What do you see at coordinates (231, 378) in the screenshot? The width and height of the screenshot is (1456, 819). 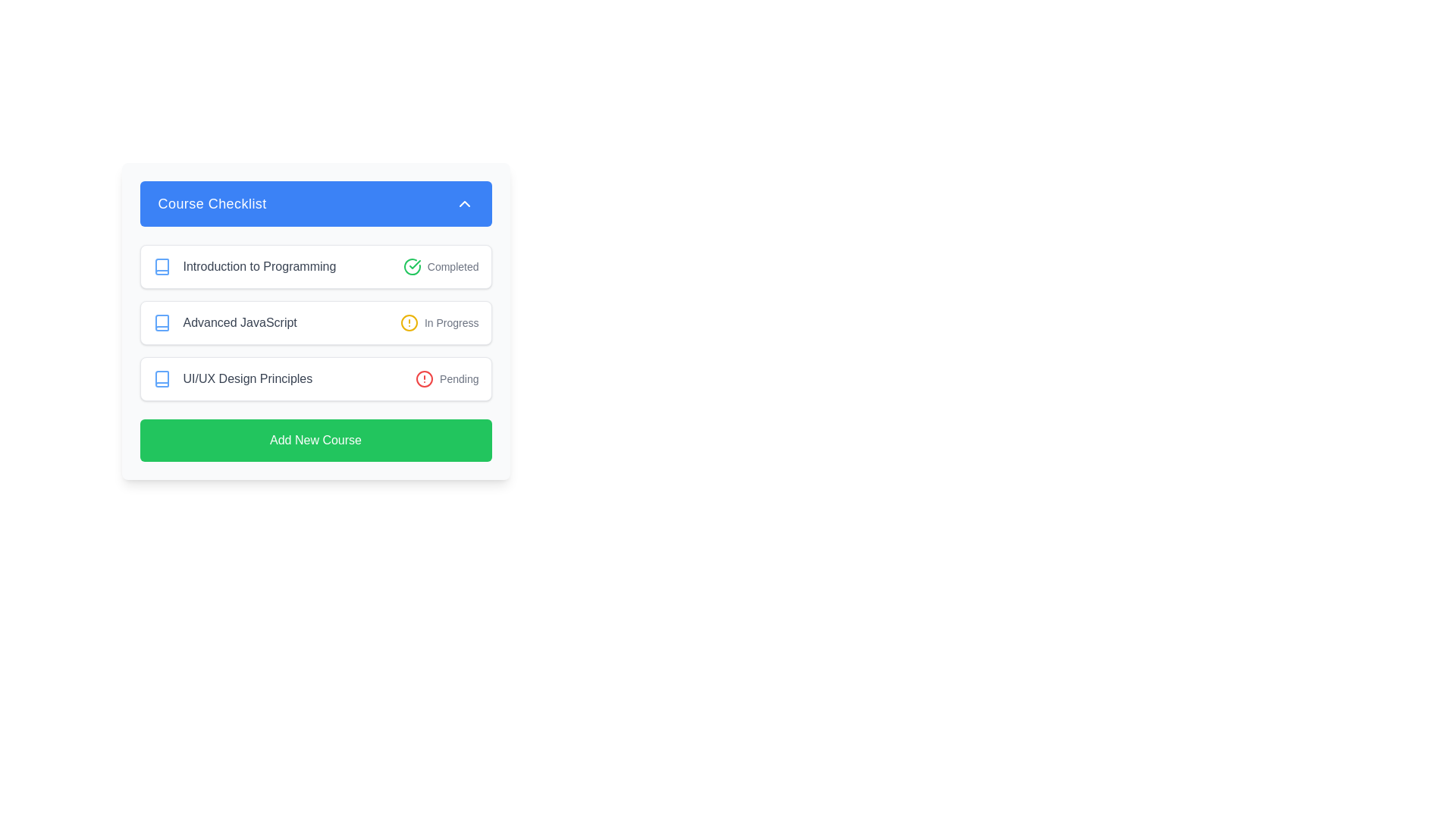 I see `the 'UI/UX Design Principles' course title element located in the third row of the course checklist, beneath 'Advanced JavaScript'` at bounding box center [231, 378].